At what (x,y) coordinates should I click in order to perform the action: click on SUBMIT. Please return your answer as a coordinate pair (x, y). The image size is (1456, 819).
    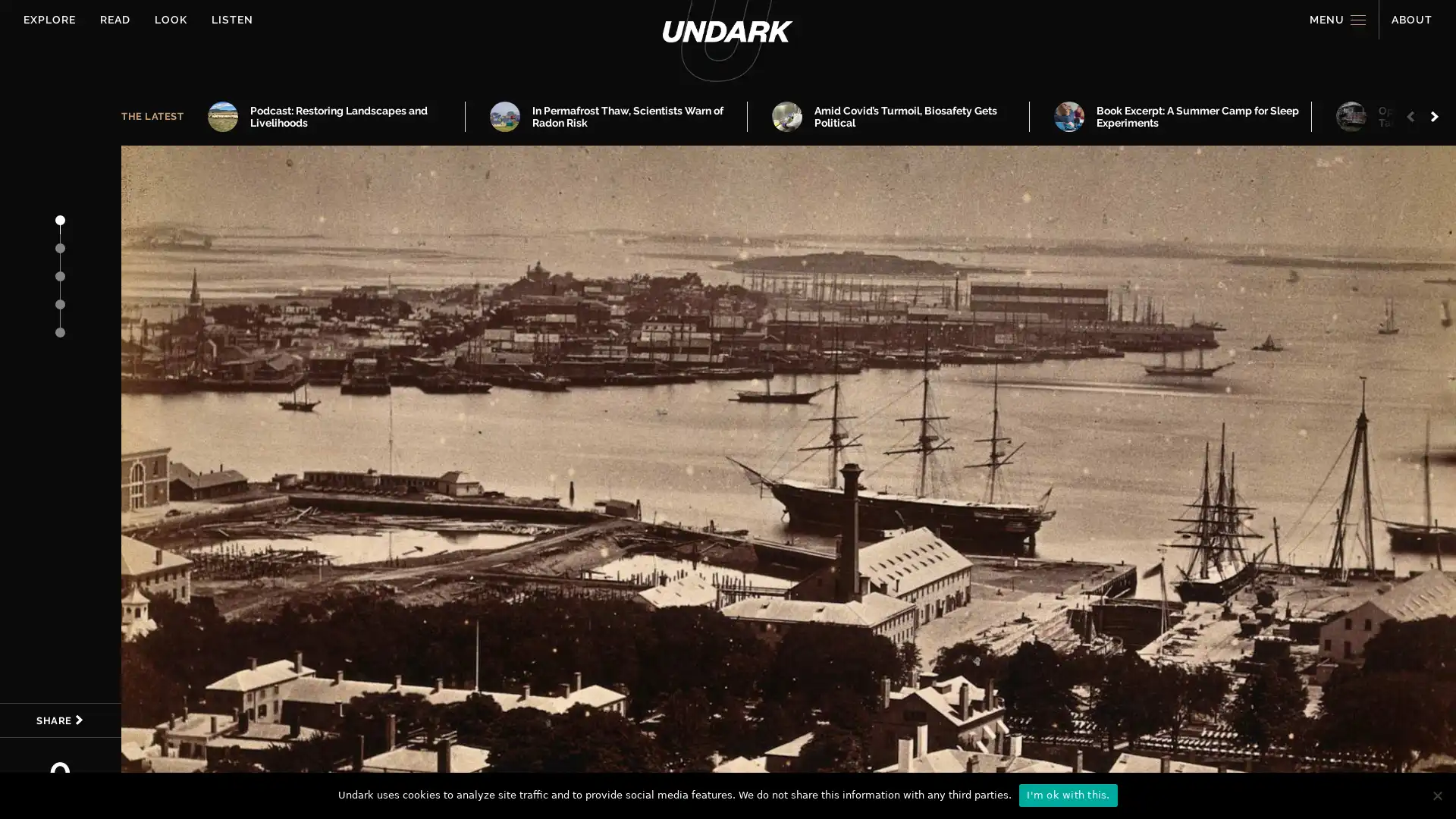
    Looking at the image, I should click on (777, 556).